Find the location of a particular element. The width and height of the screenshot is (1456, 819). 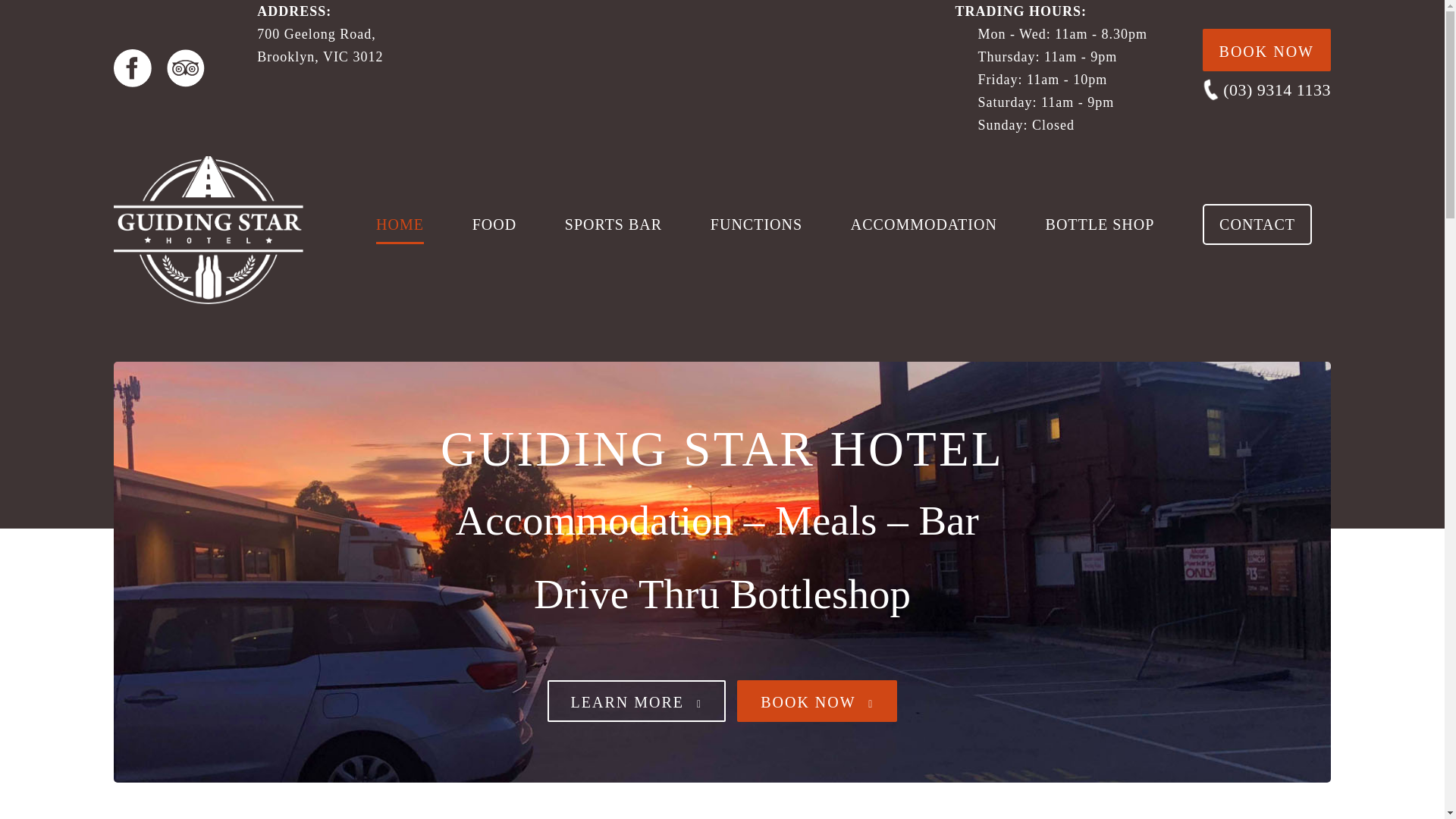

'CONTACT' is located at coordinates (1257, 224).